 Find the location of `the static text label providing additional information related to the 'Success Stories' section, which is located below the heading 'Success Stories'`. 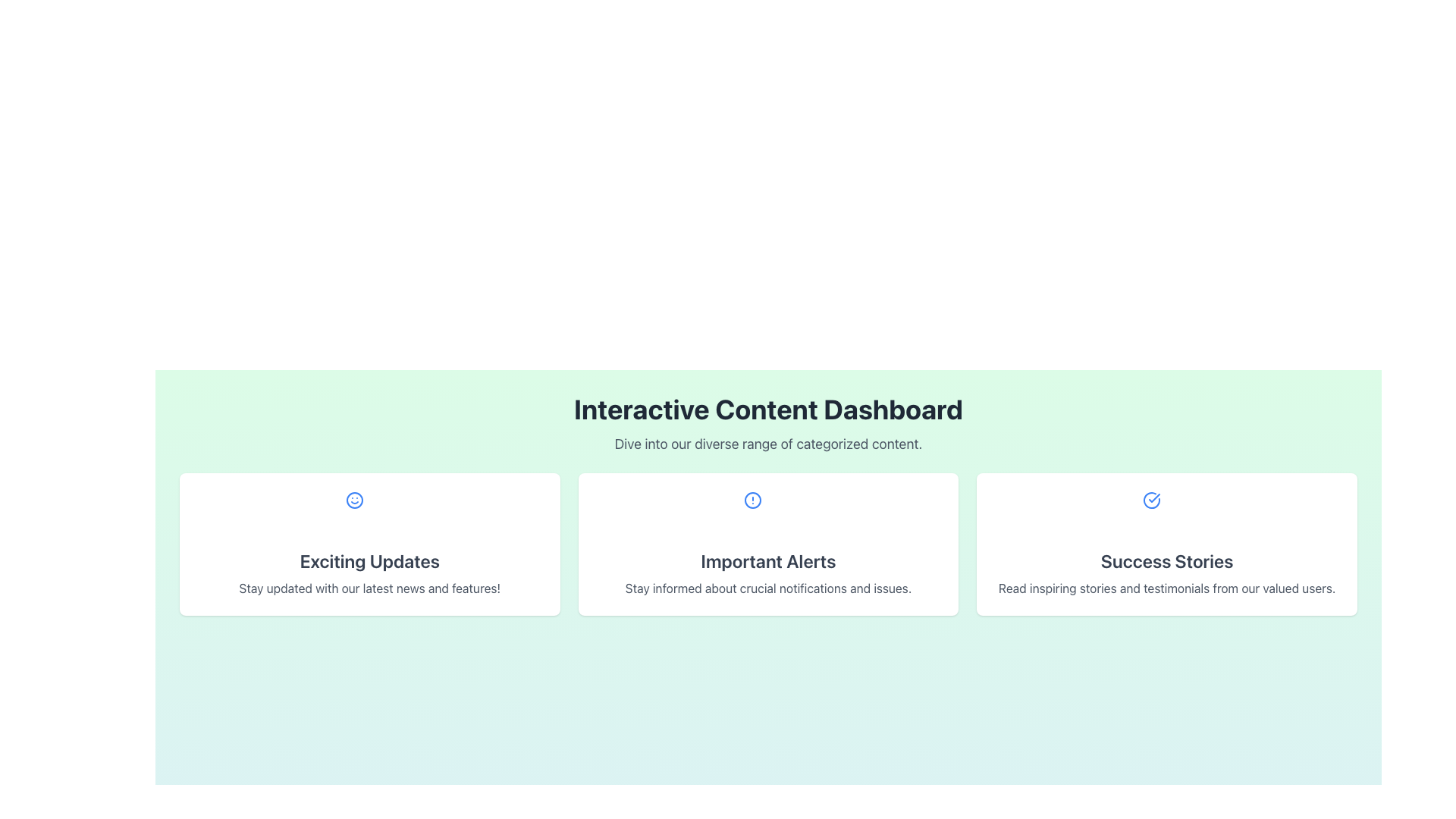

the static text label providing additional information related to the 'Success Stories' section, which is located below the heading 'Success Stories' is located at coordinates (1166, 587).